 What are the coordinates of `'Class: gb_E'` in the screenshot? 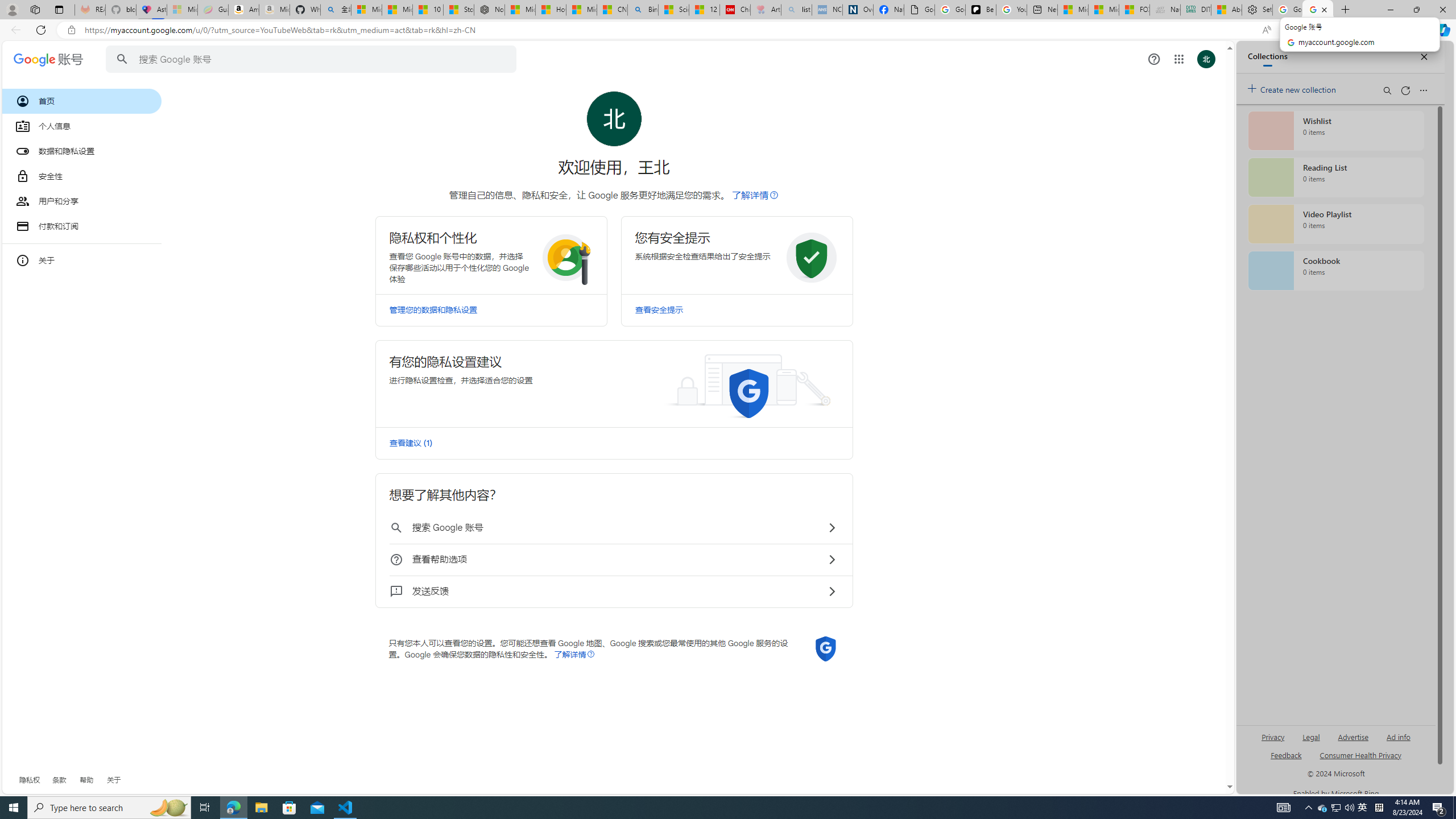 It's located at (1178, 59).